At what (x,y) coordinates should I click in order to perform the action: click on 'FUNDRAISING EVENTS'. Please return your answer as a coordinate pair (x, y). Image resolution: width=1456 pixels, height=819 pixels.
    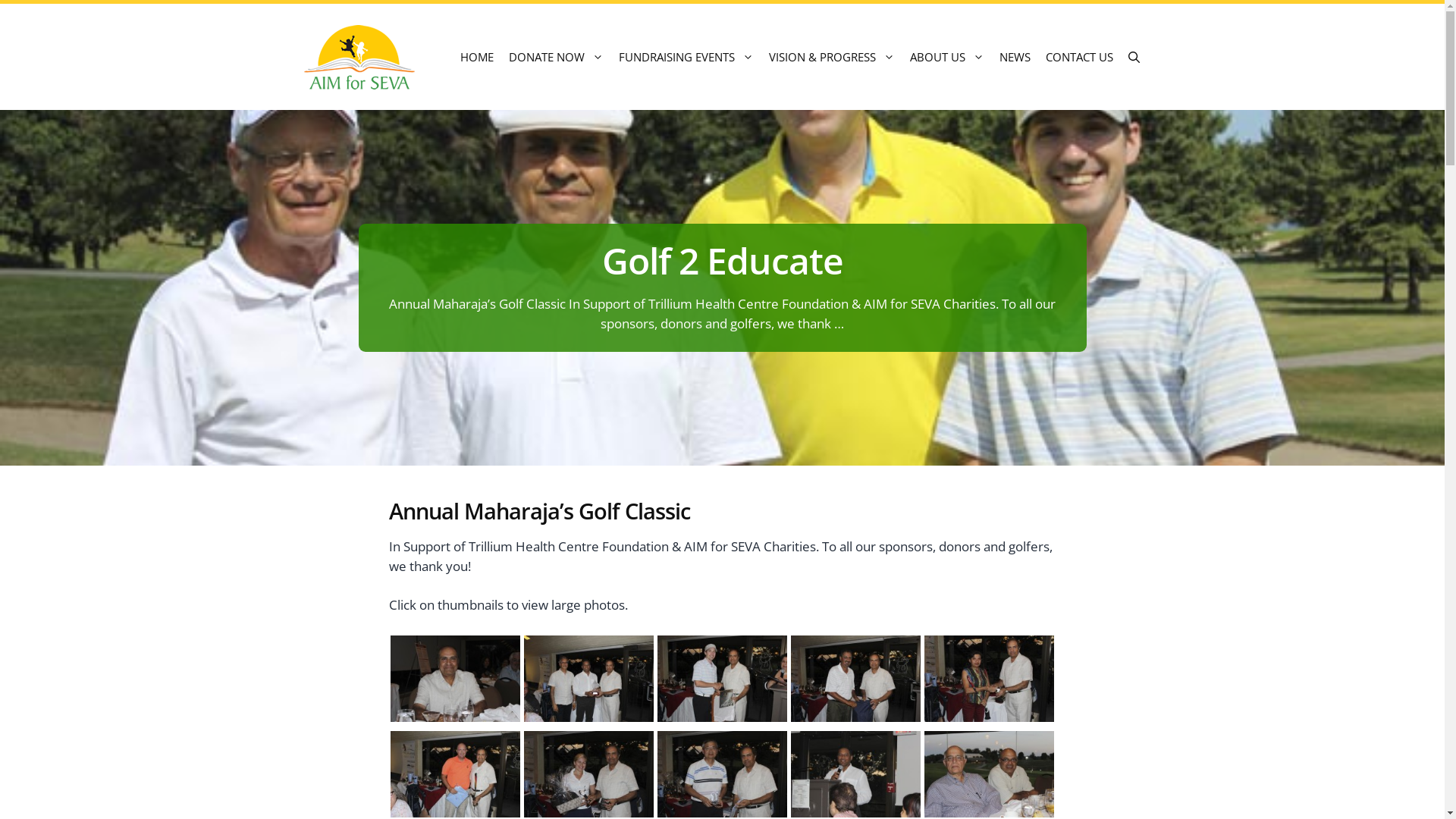
    Looking at the image, I should click on (686, 55).